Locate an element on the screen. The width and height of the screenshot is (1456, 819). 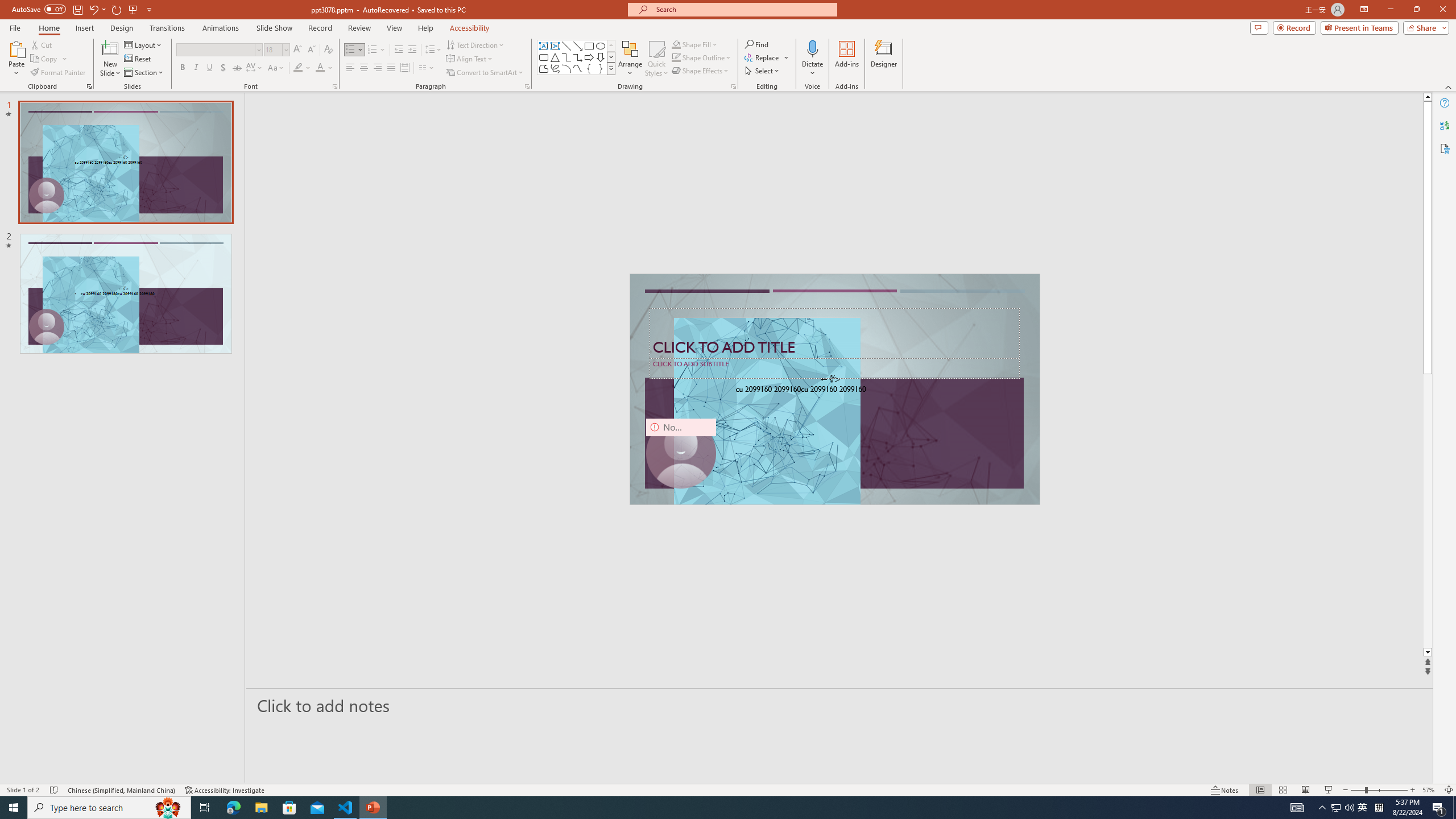
'Change Case' is located at coordinates (276, 67).